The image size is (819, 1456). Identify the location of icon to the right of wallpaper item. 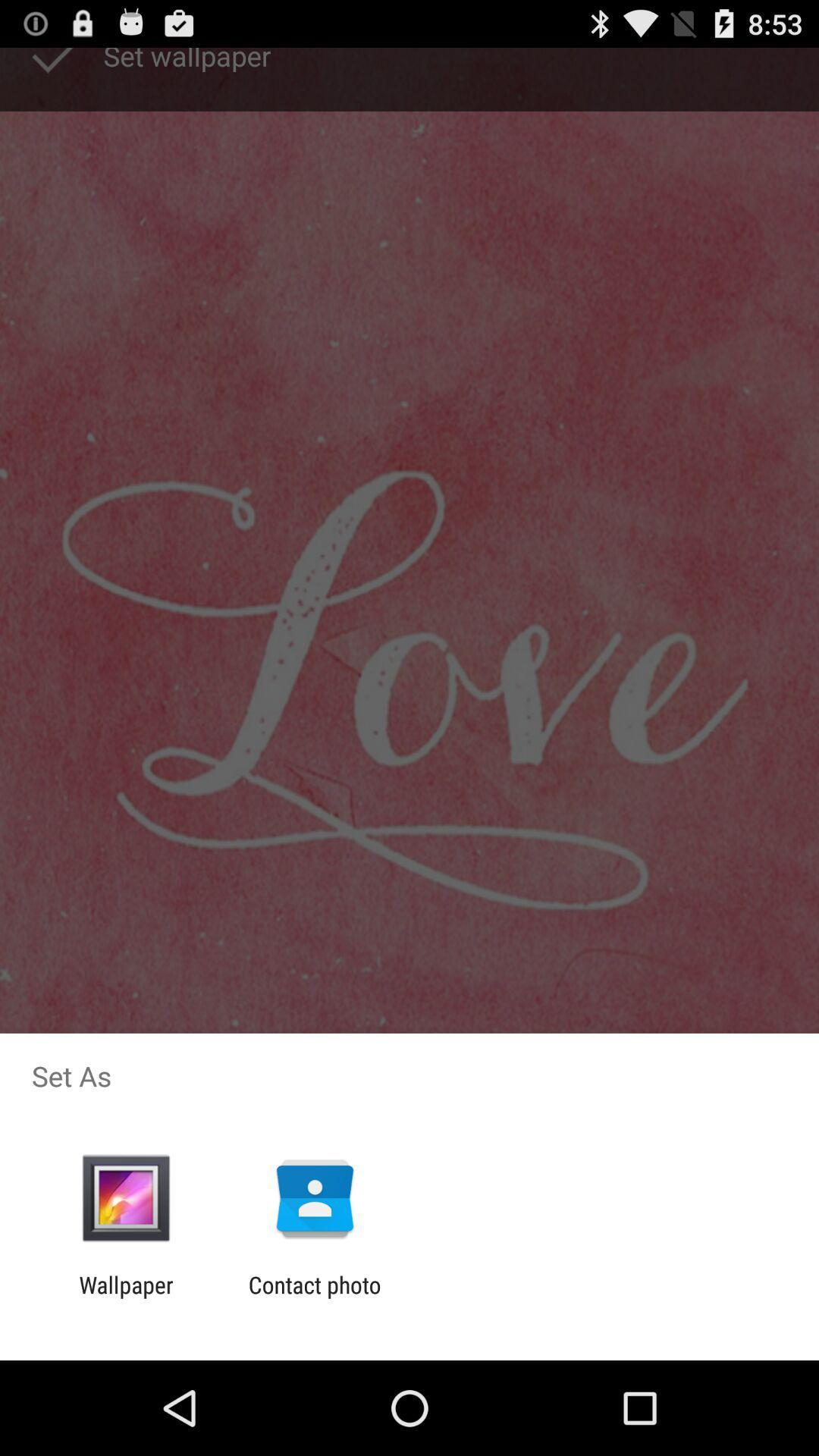
(314, 1298).